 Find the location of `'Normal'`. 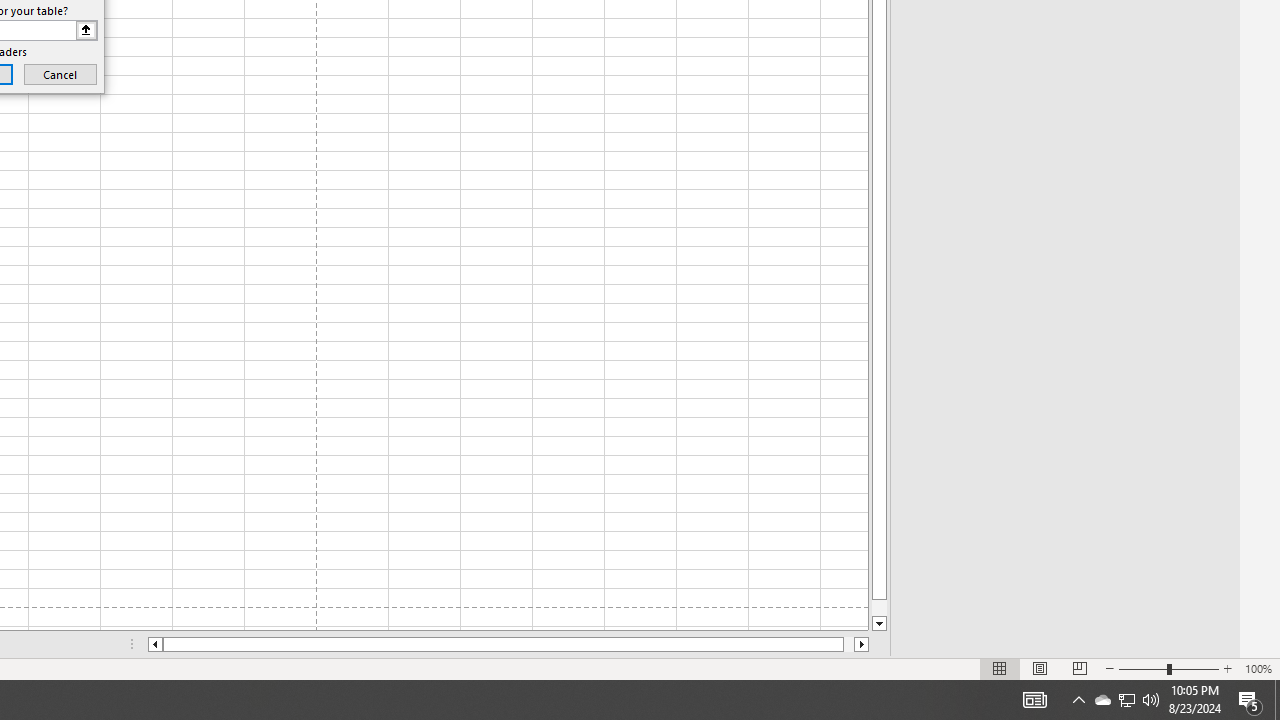

'Normal' is located at coordinates (1000, 669).